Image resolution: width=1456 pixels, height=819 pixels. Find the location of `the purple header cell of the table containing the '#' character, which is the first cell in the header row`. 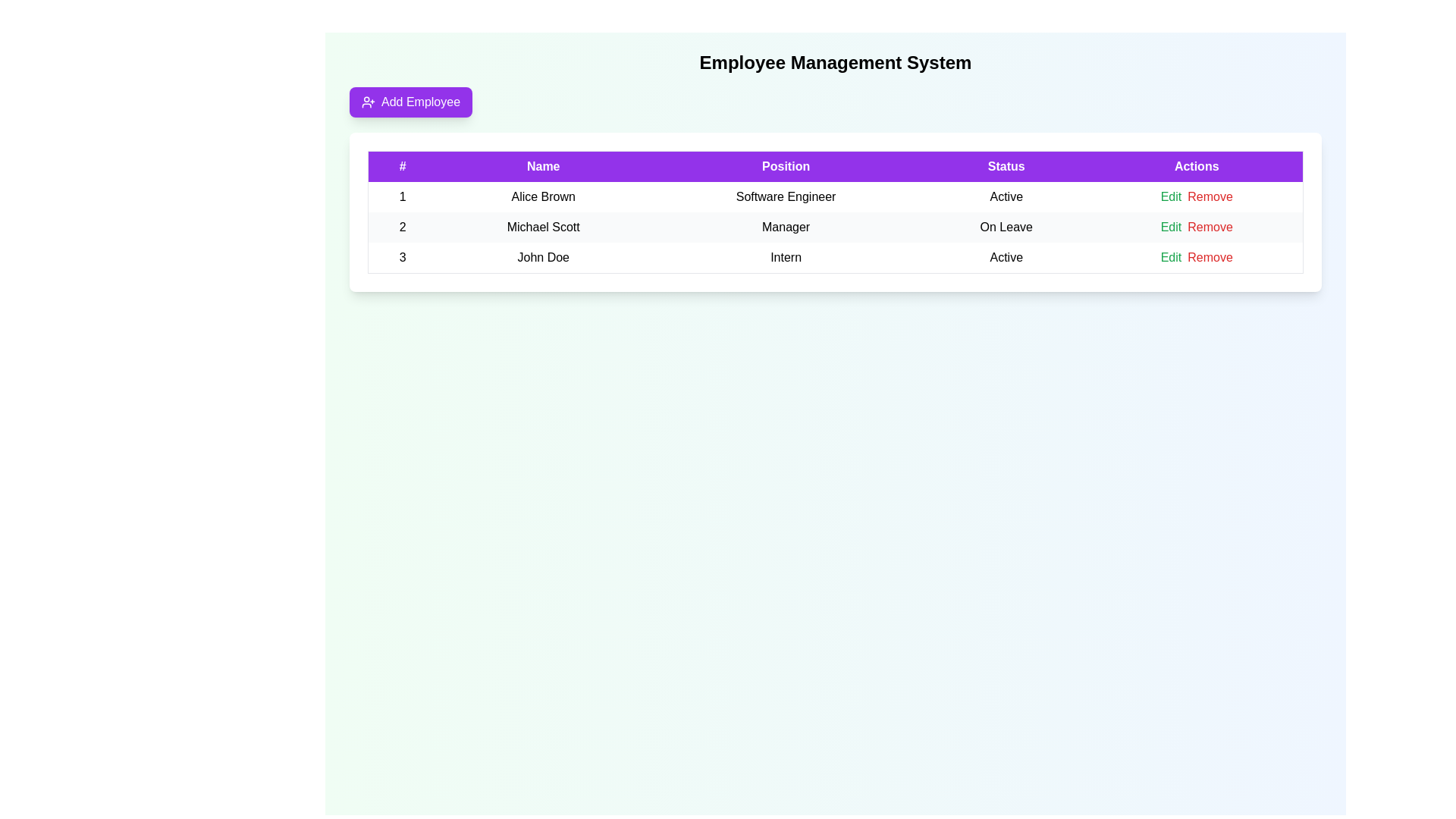

the purple header cell of the table containing the '#' character, which is the first cell in the header row is located at coordinates (402, 166).